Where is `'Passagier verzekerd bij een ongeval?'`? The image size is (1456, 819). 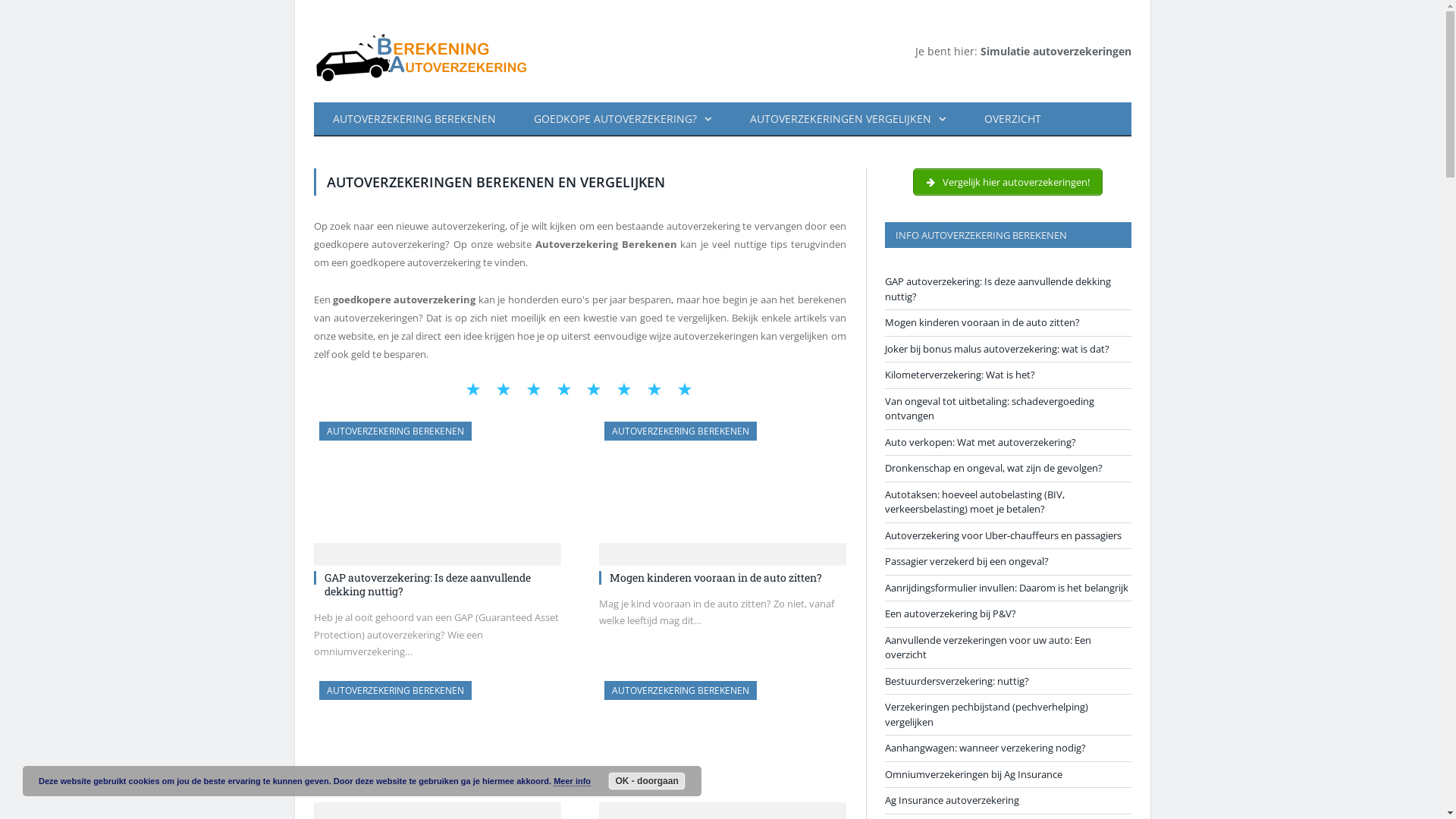 'Passagier verzekerd bij een ongeval?' is located at coordinates (965, 561).